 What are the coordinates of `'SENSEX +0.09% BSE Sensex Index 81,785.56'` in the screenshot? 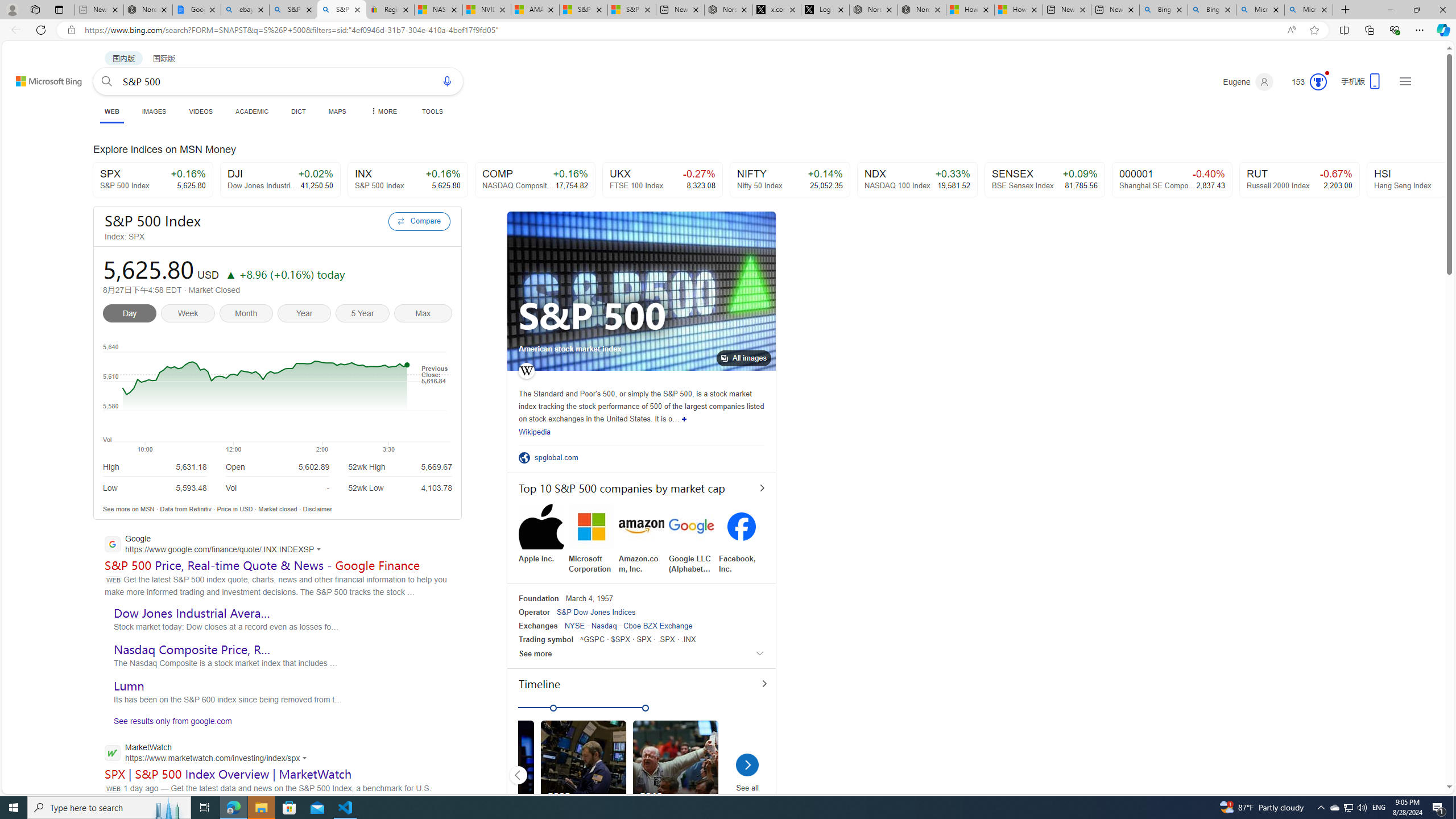 It's located at (1045, 179).